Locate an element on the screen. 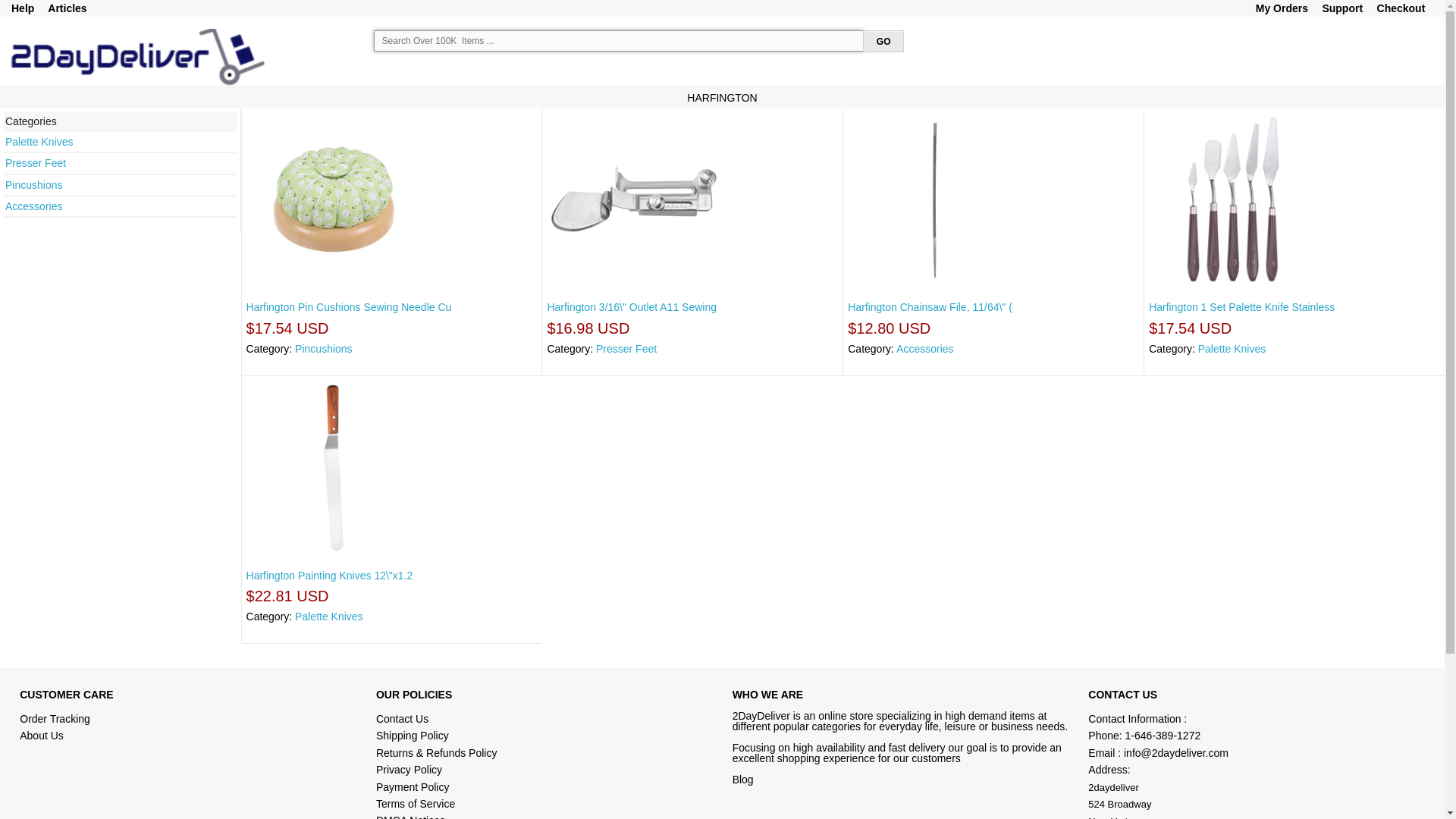  'Shipping Policy' is located at coordinates (414, 734).